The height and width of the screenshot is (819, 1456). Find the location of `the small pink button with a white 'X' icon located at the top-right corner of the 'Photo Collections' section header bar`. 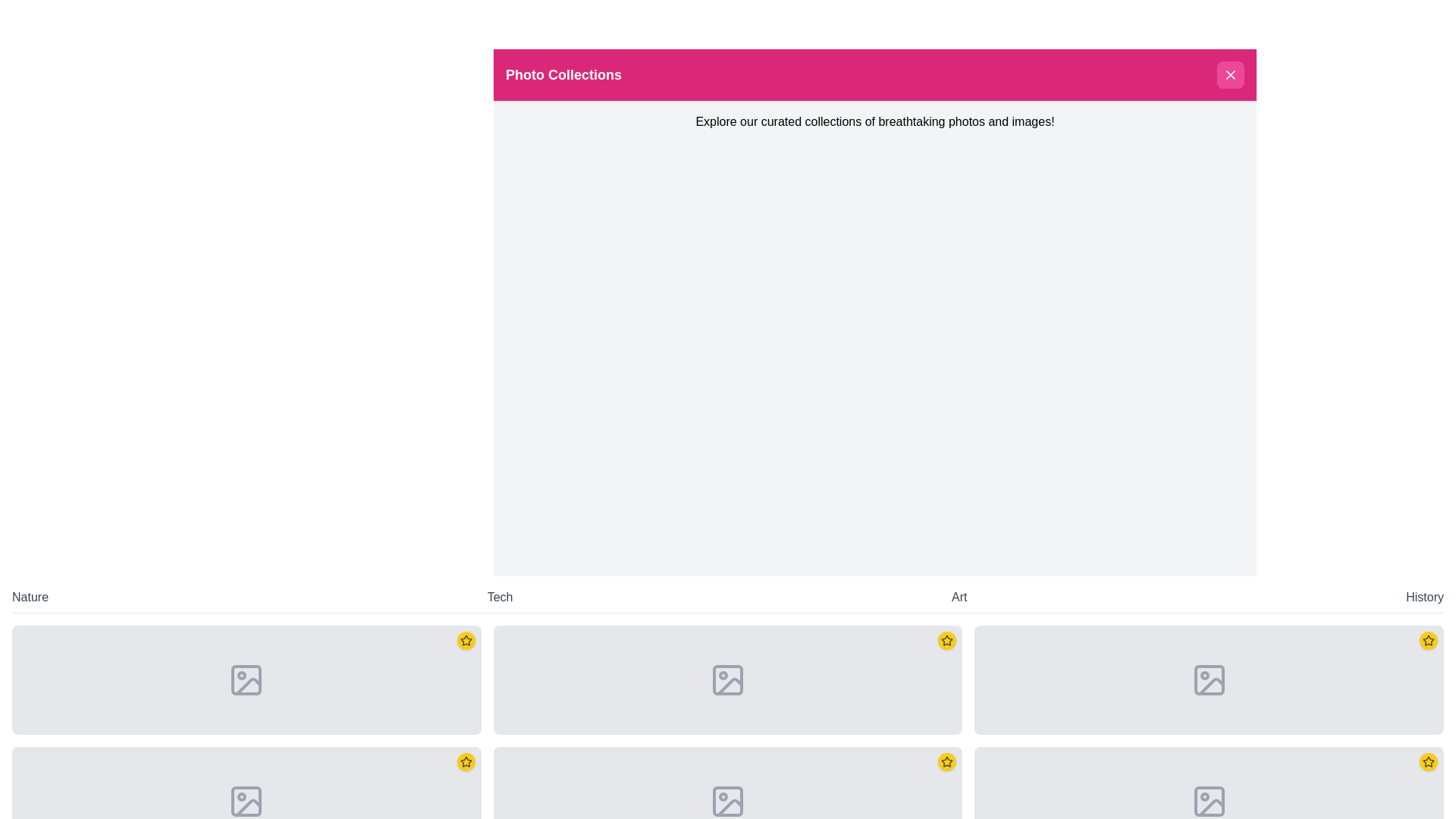

the small pink button with a white 'X' icon located at the top-right corner of the 'Photo Collections' section header bar is located at coordinates (1230, 75).